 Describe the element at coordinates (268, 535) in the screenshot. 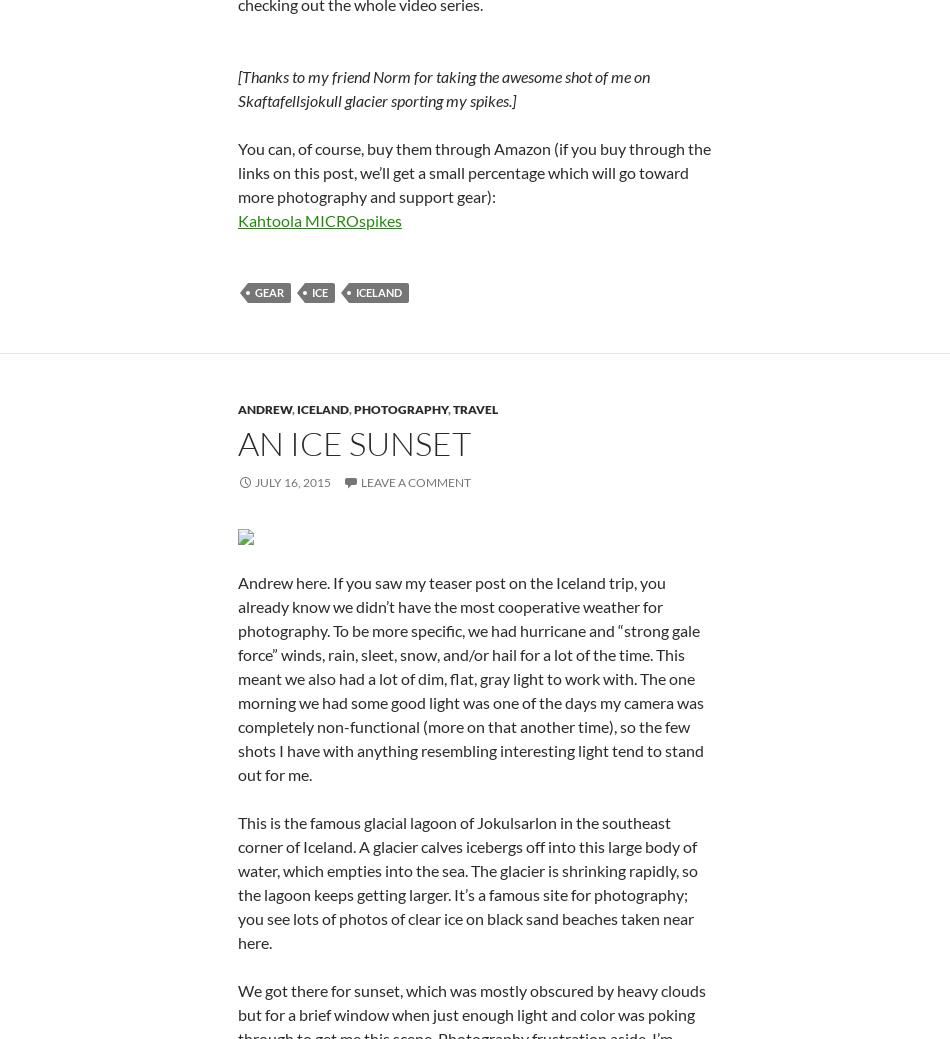

I see `'gear'` at that location.